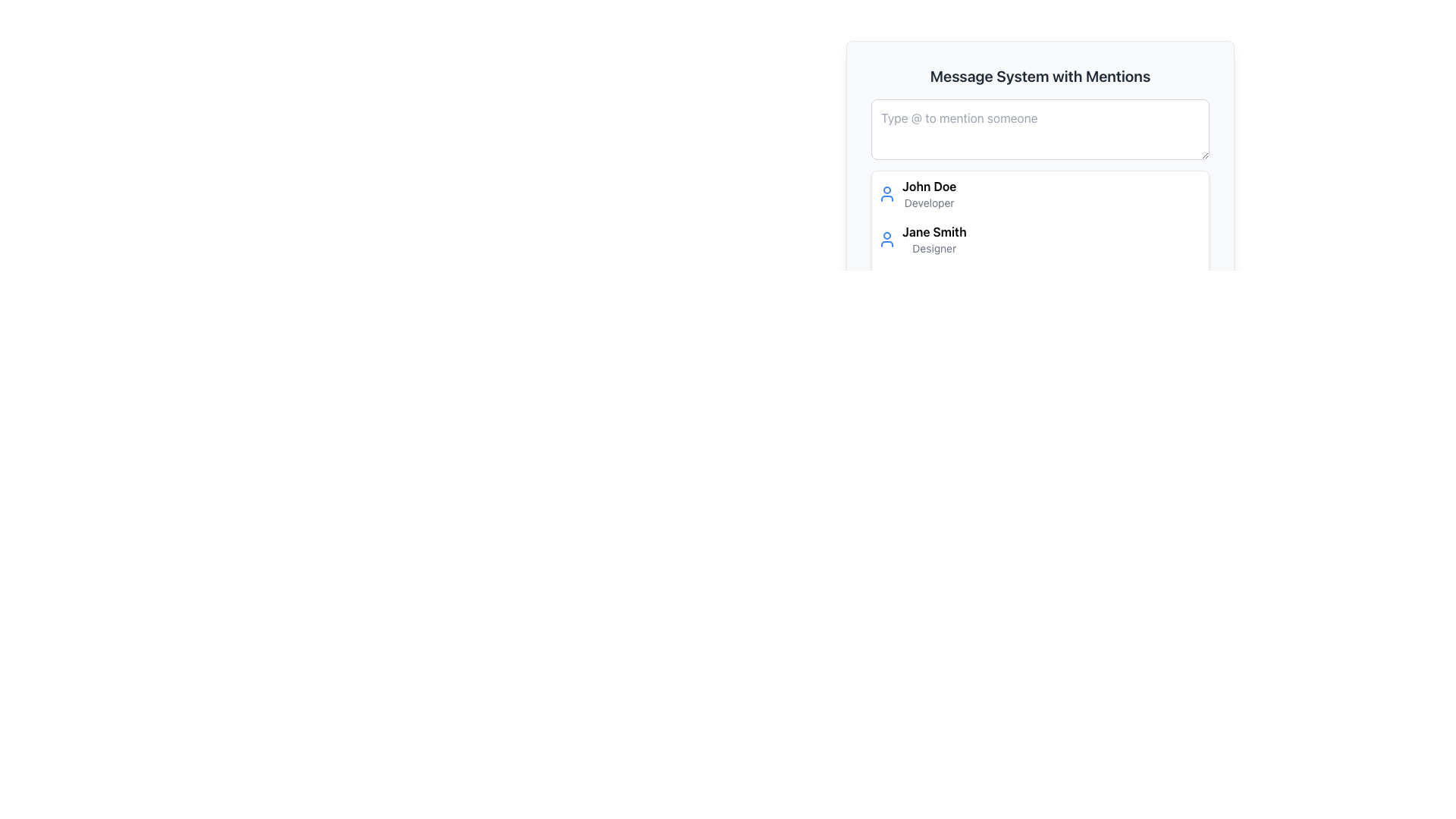 Image resolution: width=1456 pixels, height=819 pixels. I want to click on text displayed for the user information, which is aligned to the right of the user icon in the second entry of the 'Message System with Mentions' section, so click(934, 239).